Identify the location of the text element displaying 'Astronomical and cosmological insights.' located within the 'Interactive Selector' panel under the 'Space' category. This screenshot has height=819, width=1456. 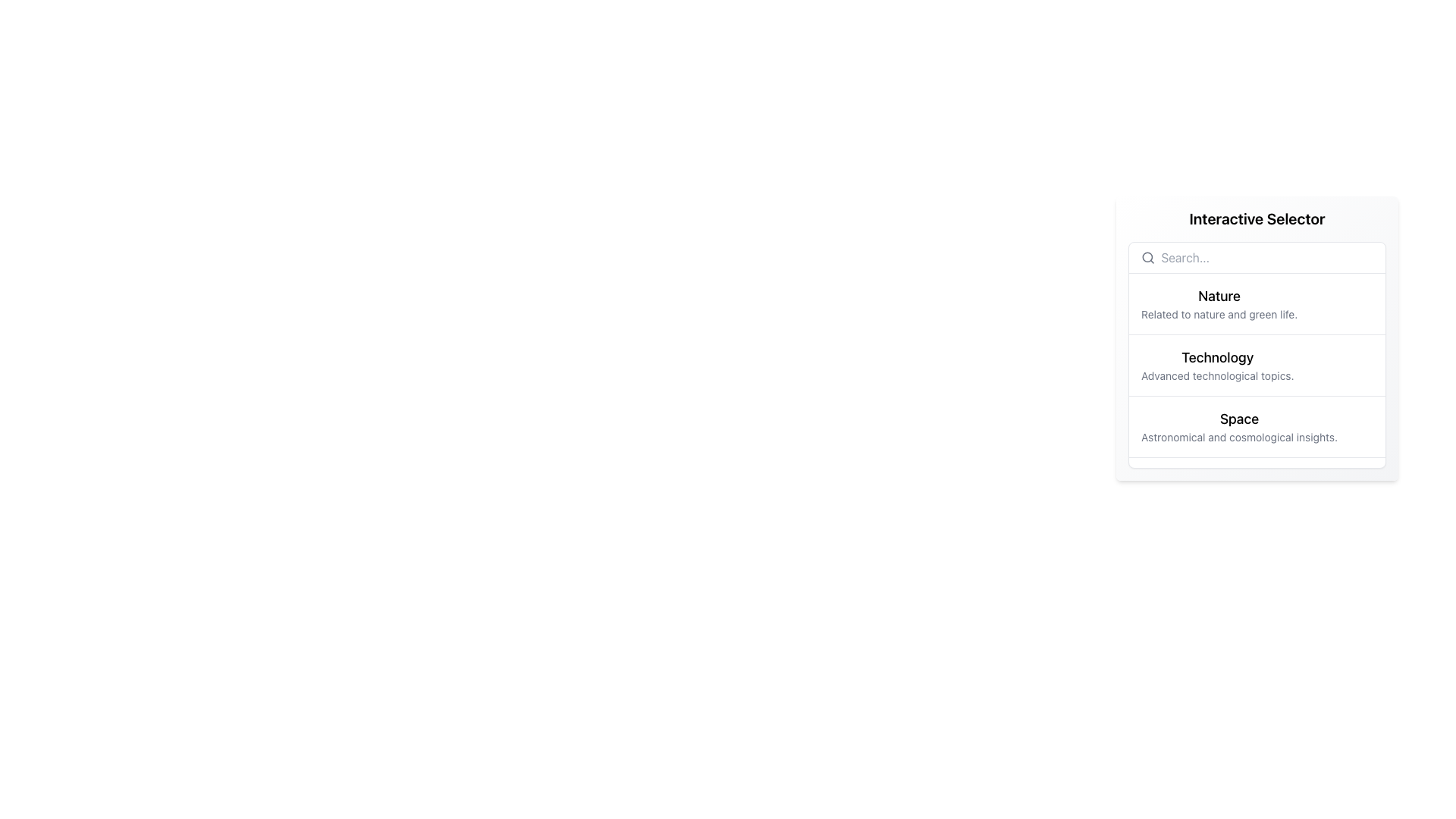
(1239, 438).